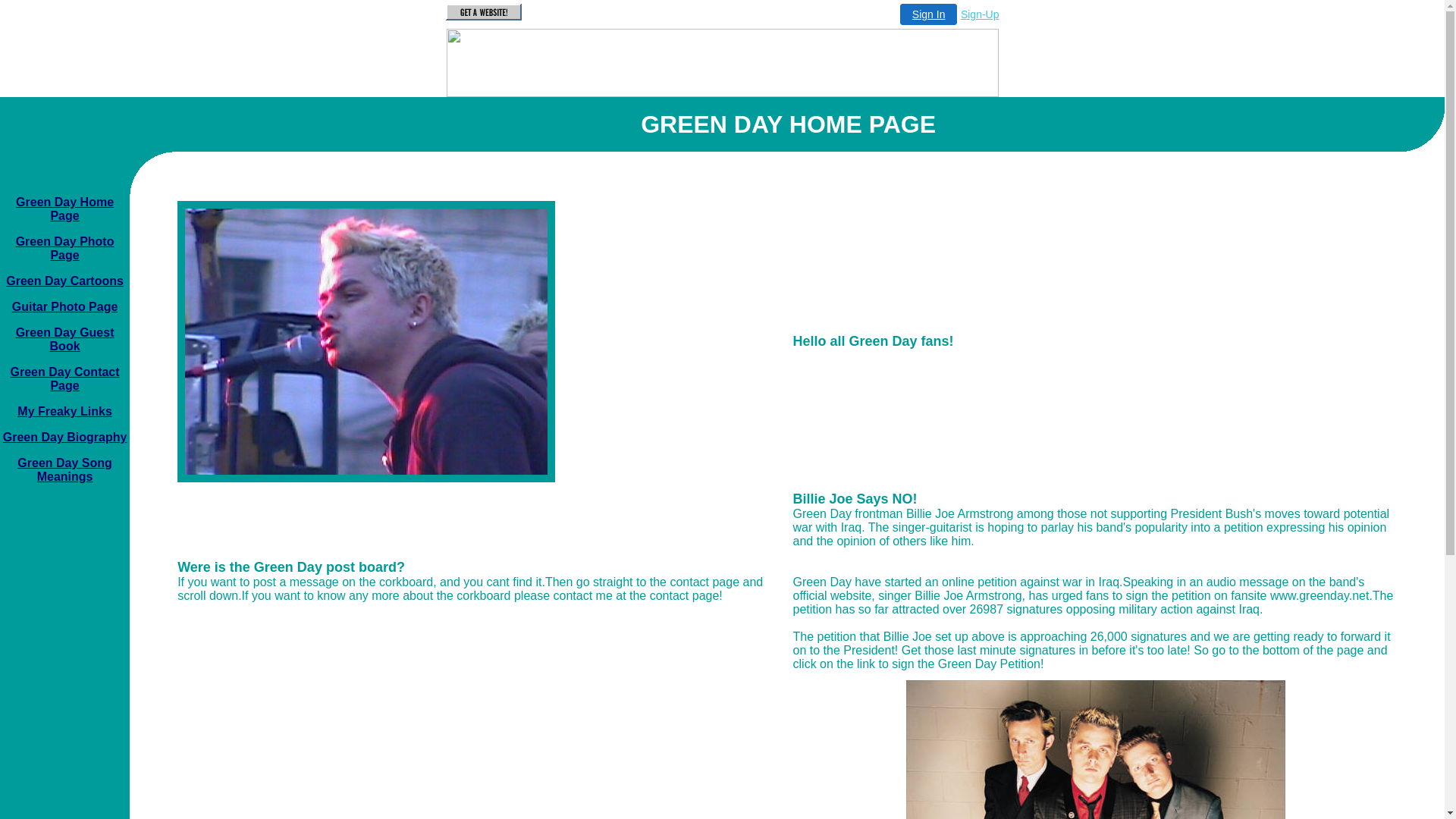 The width and height of the screenshot is (1456, 819). I want to click on 'Green Day Guest Book', so click(64, 338).